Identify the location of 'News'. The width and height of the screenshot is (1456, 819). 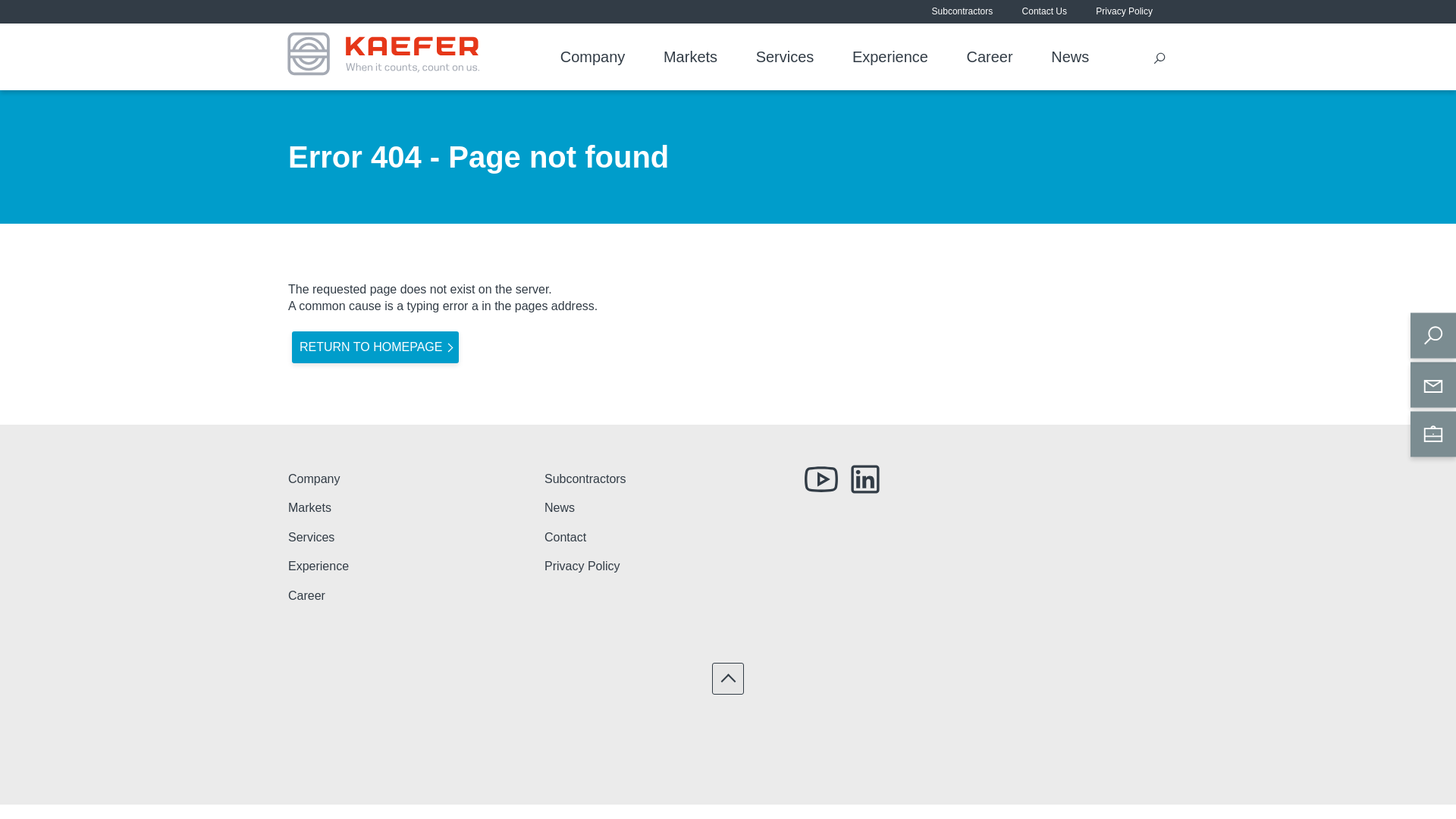
(1050, 57).